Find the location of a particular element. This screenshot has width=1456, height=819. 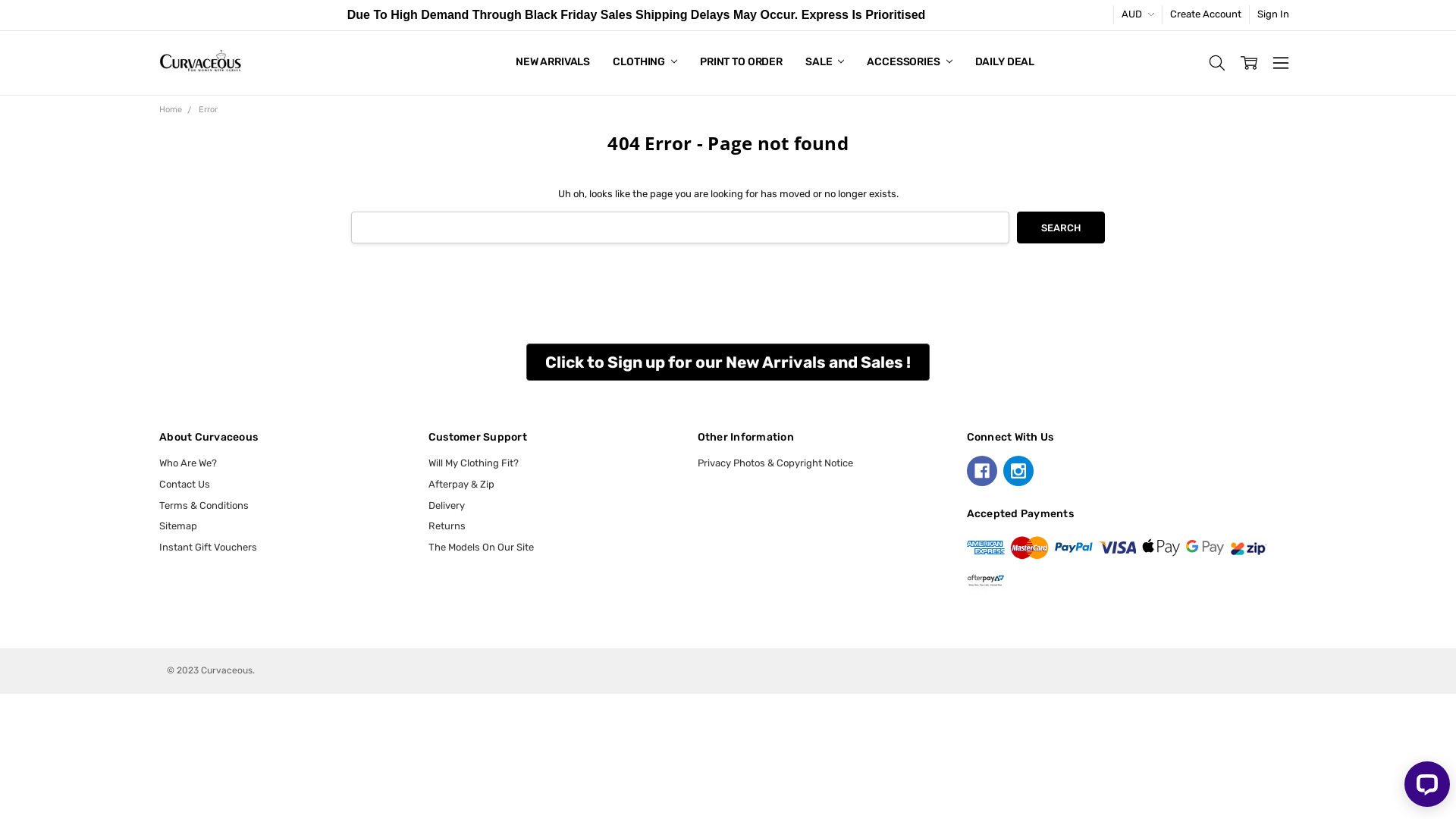

'Click to Sign up for our New Arrivals and Sales !' is located at coordinates (728, 362).